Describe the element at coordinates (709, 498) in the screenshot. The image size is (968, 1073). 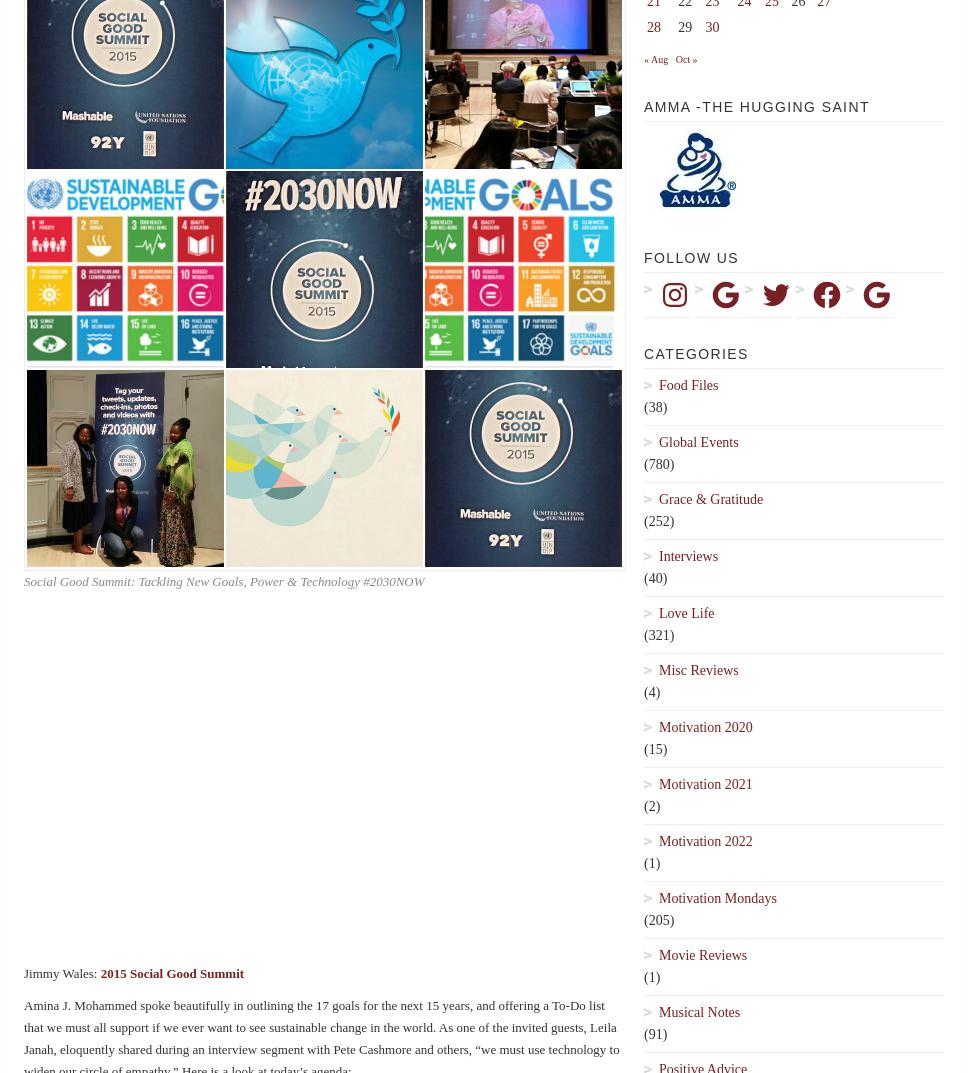
I see `'Grace & Gratitude'` at that location.